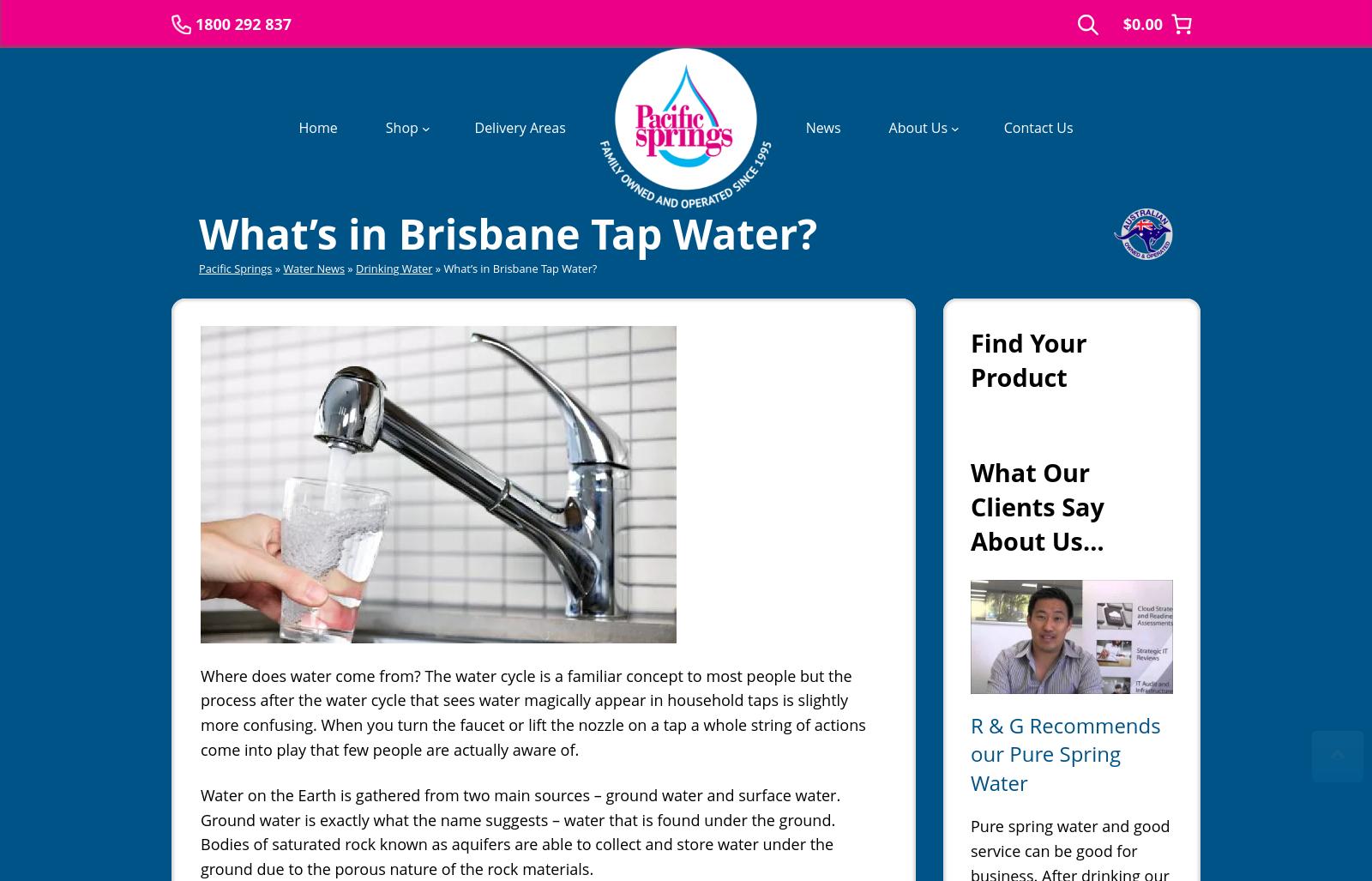 This screenshot has height=881, width=1372. I want to click on 'Find Your Product', so click(1028, 358).